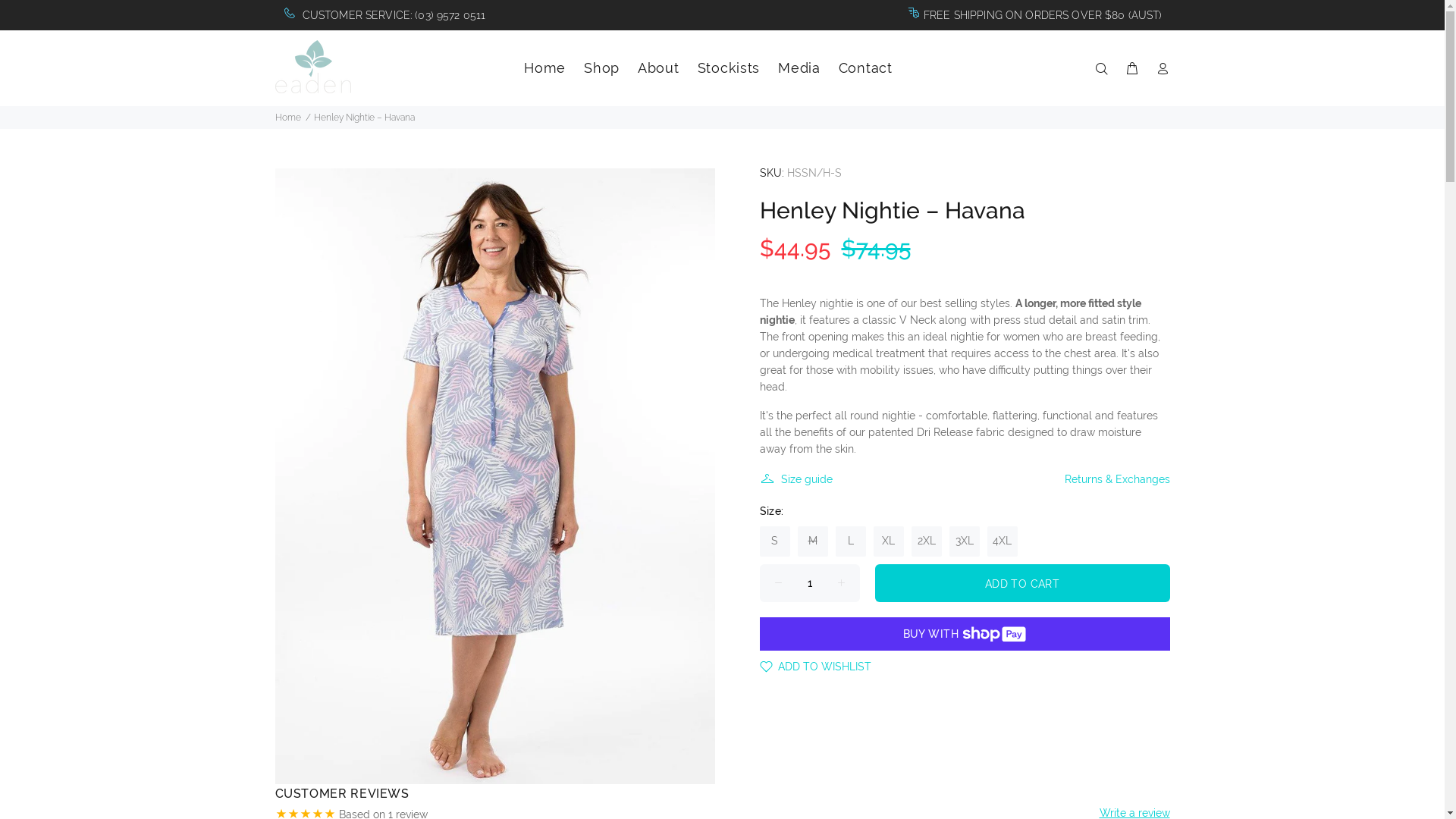 Image resolution: width=1456 pixels, height=819 pixels. Describe the element at coordinates (949, 540) in the screenshot. I see `'3XL'` at that location.